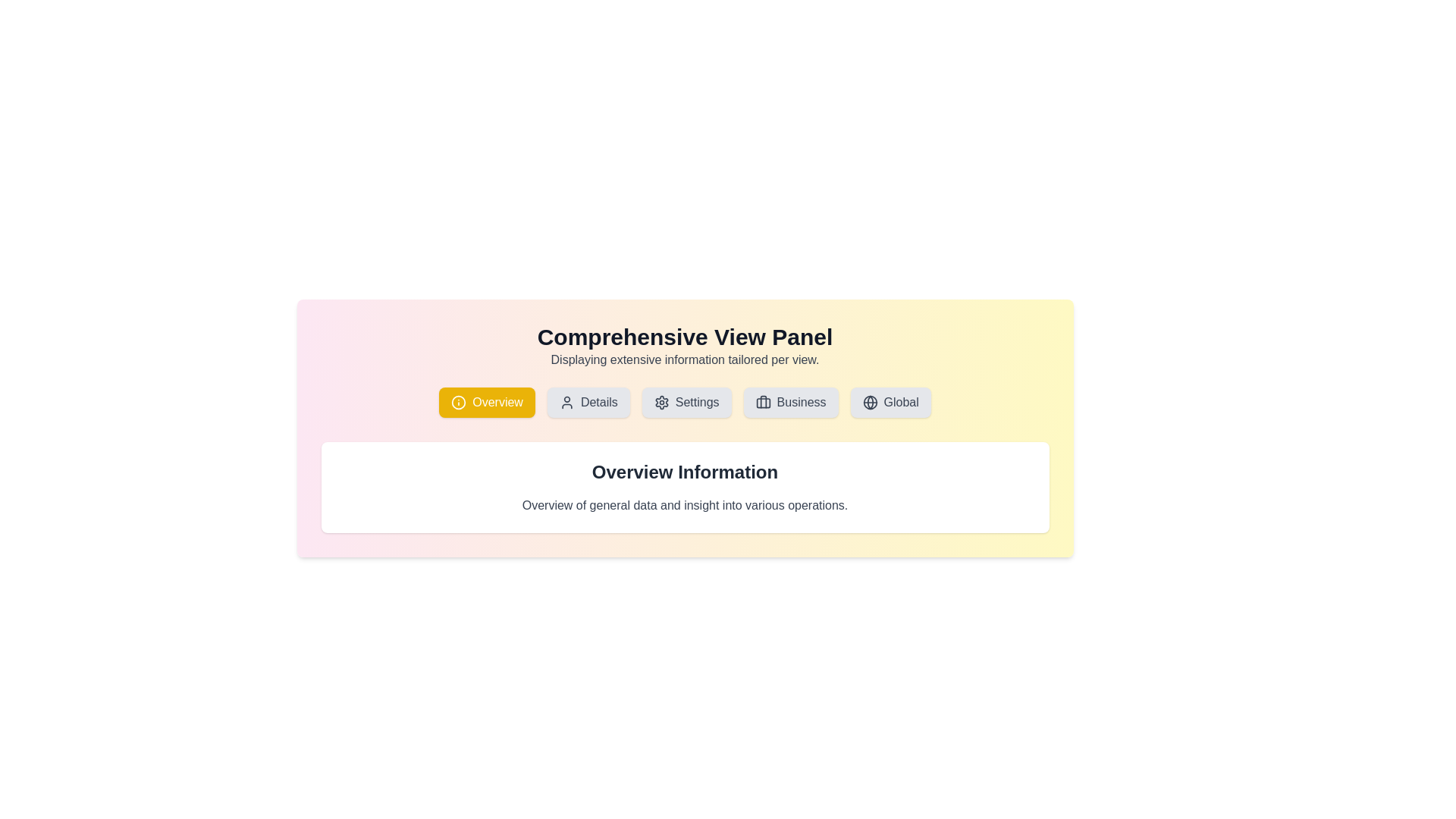  What do you see at coordinates (684, 402) in the screenshot?
I see `the Horizontal navigation bar` at bounding box center [684, 402].